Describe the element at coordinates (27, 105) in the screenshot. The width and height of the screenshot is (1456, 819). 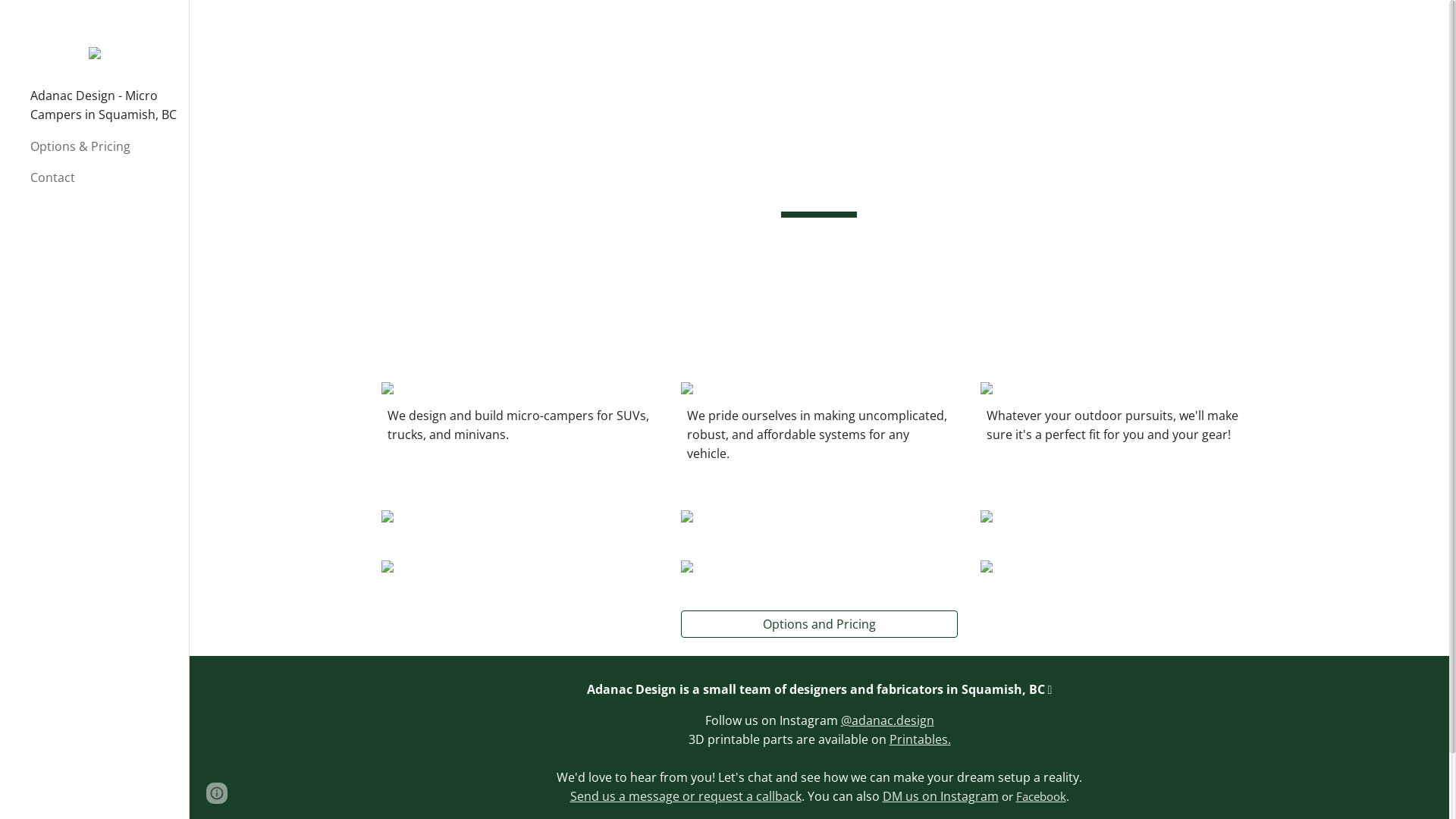
I see `'Adanac Design - Micro Campers in Squamish, BC'` at that location.